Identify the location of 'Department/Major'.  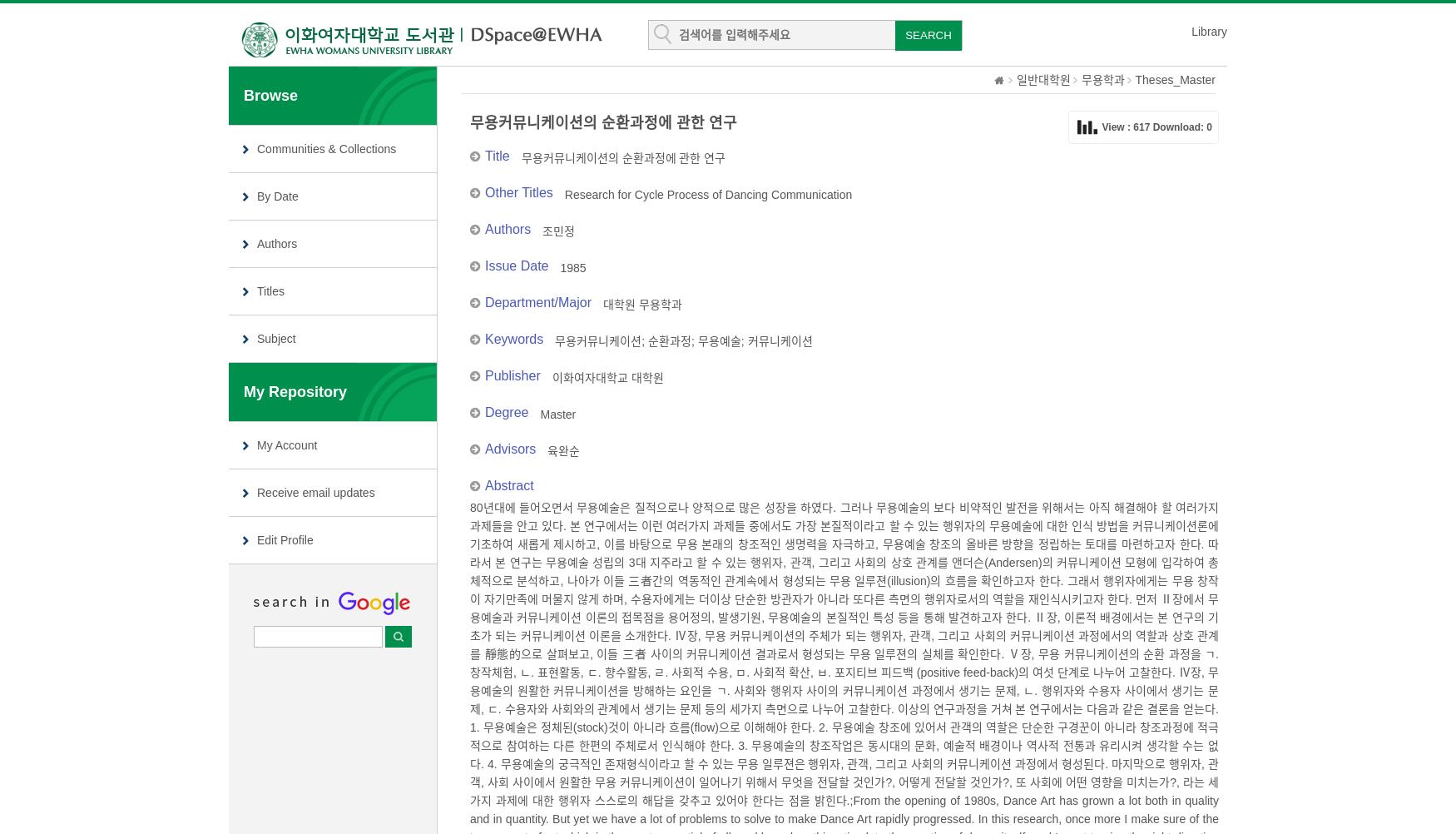
(537, 302).